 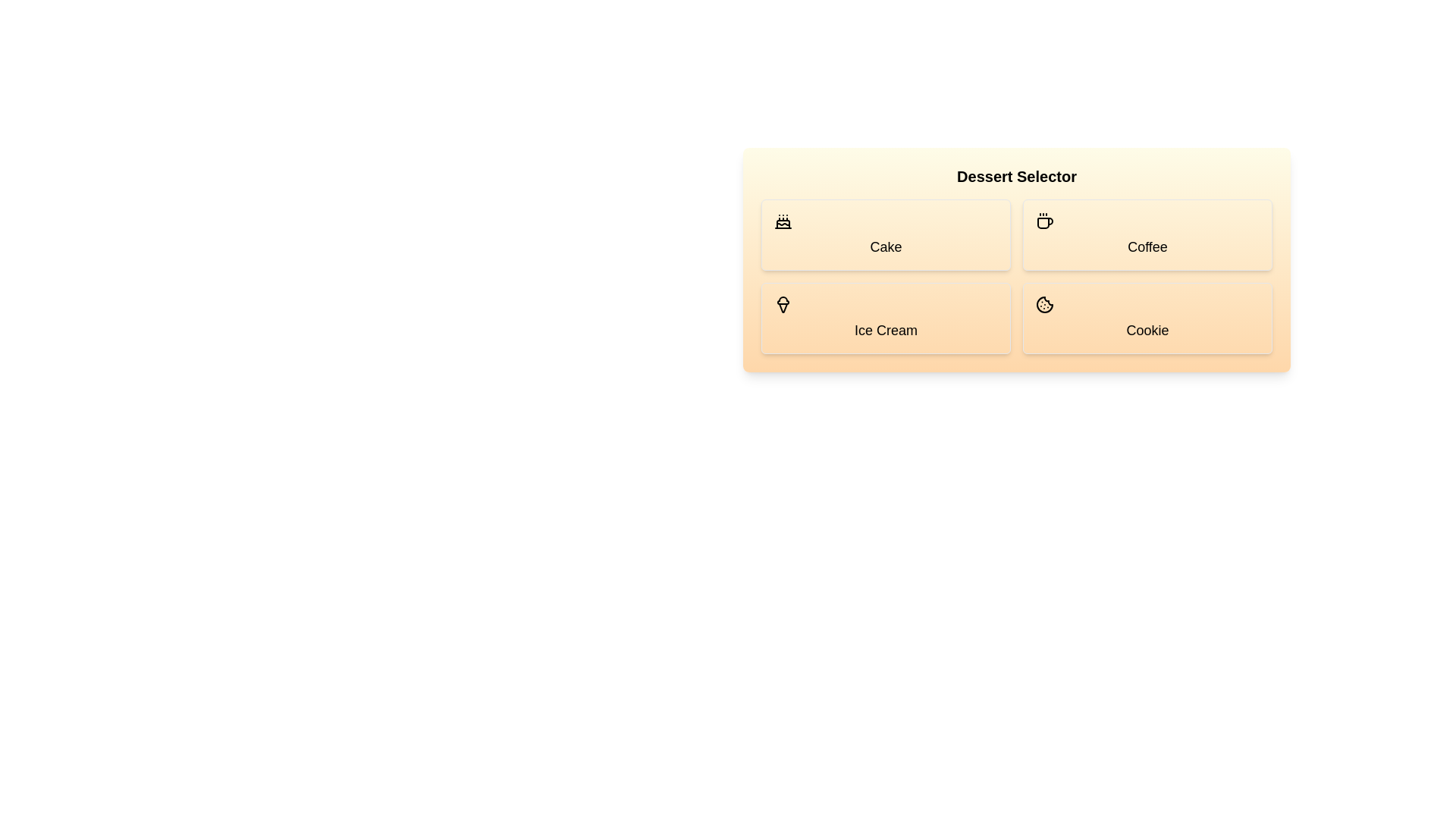 I want to click on the dessert Ice Cream by clicking its button, so click(x=886, y=318).